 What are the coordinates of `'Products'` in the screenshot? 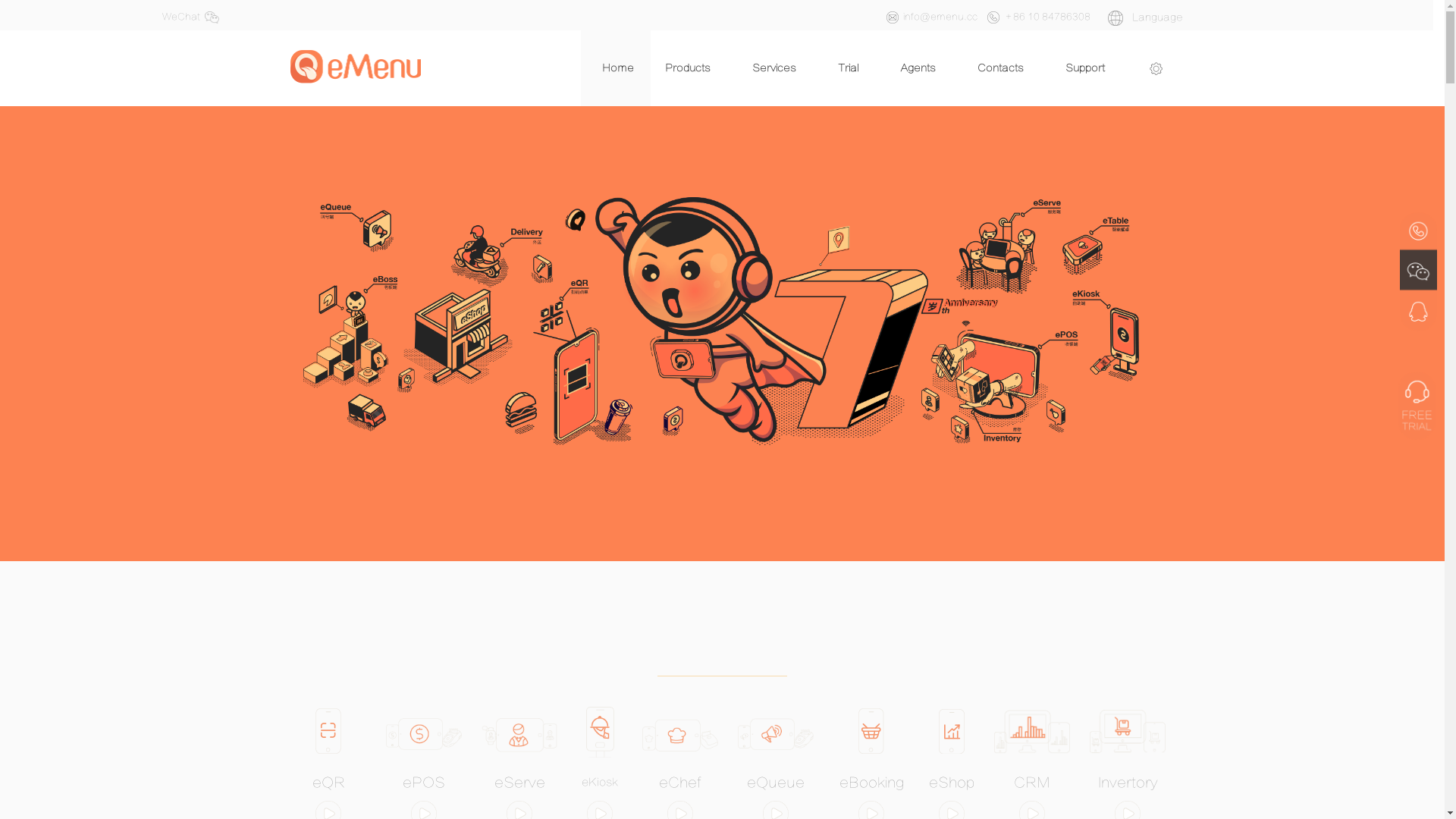 It's located at (637, 67).